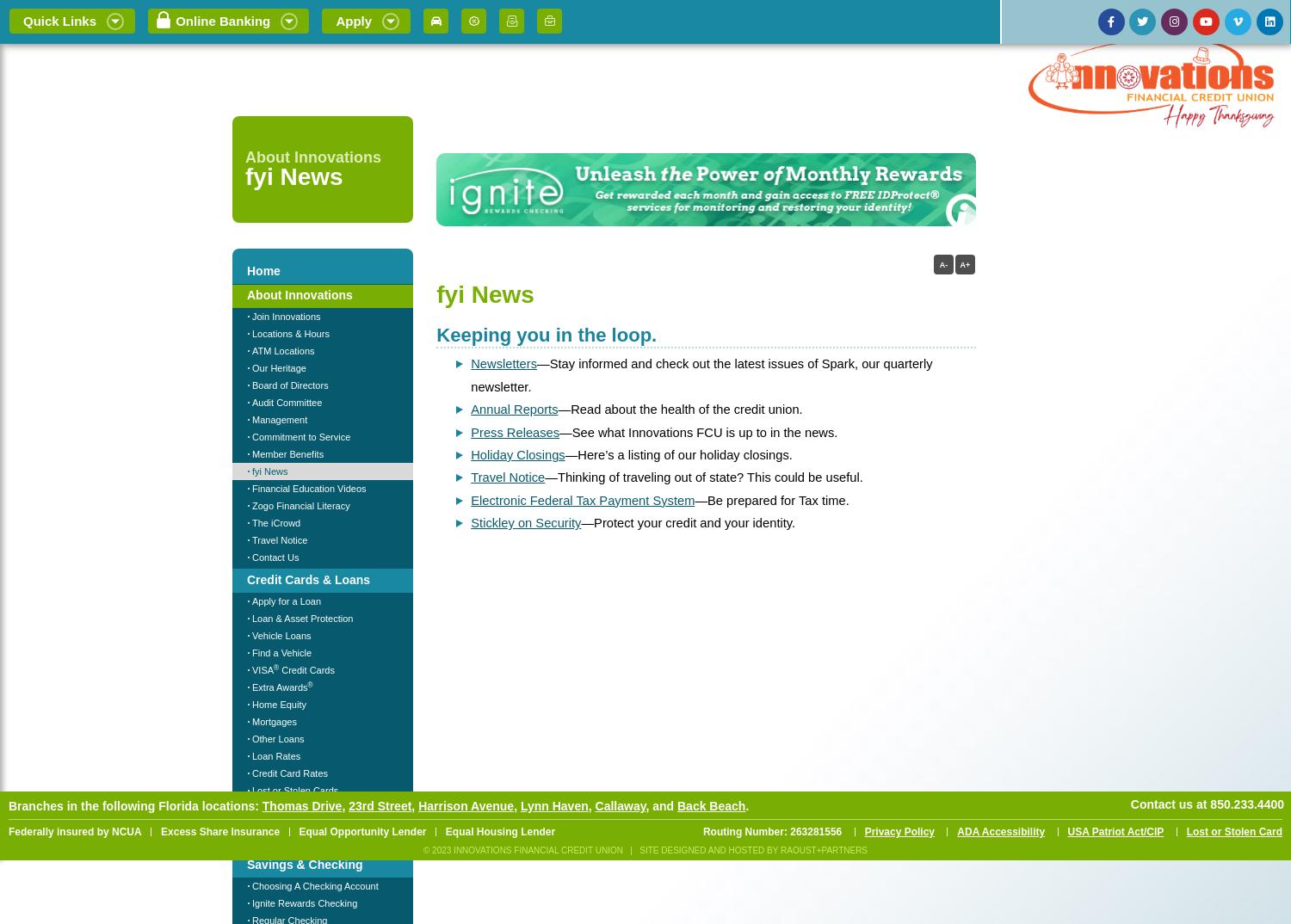 This screenshot has width=1291, height=924. Describe the element at coordinates (899, 831) in the screenshot. I see `'Privacy Policy'` at that location.